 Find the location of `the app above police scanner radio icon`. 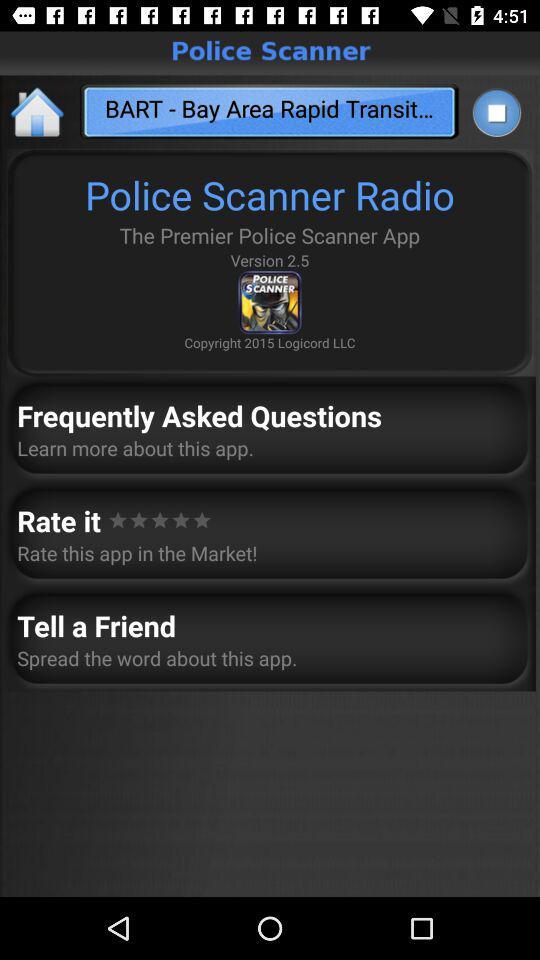

the app above police scanner radio icon is located at coordinates (495, 112).